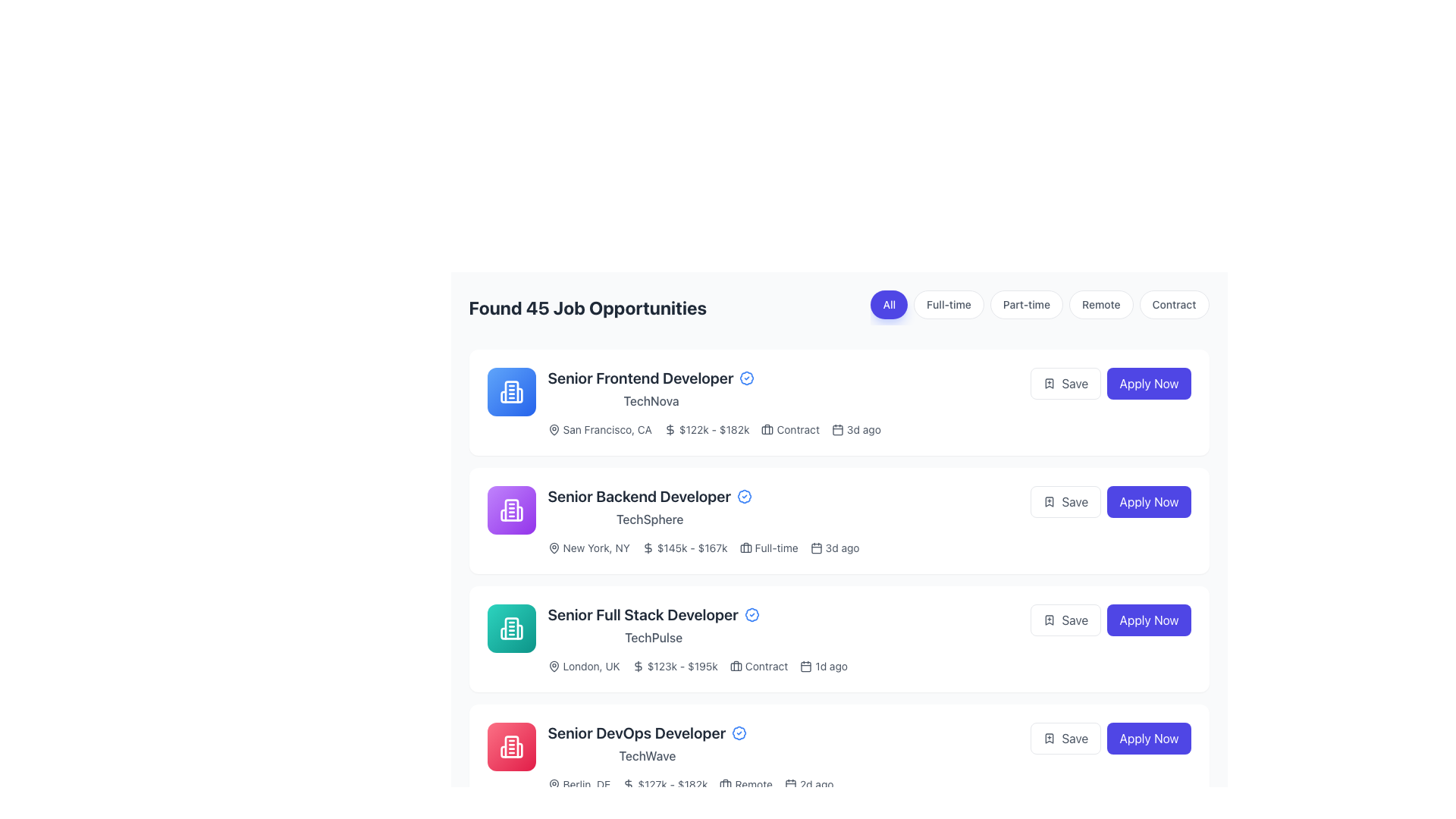 This screenshot has width=1456, height=819. What do you see at coordinates (654, 614) in the screenshot?
I see `the 'Senior Full Stack Developer' text label with the blue checkmark icon in the third card of job postings` at bounding box center [654, 614].